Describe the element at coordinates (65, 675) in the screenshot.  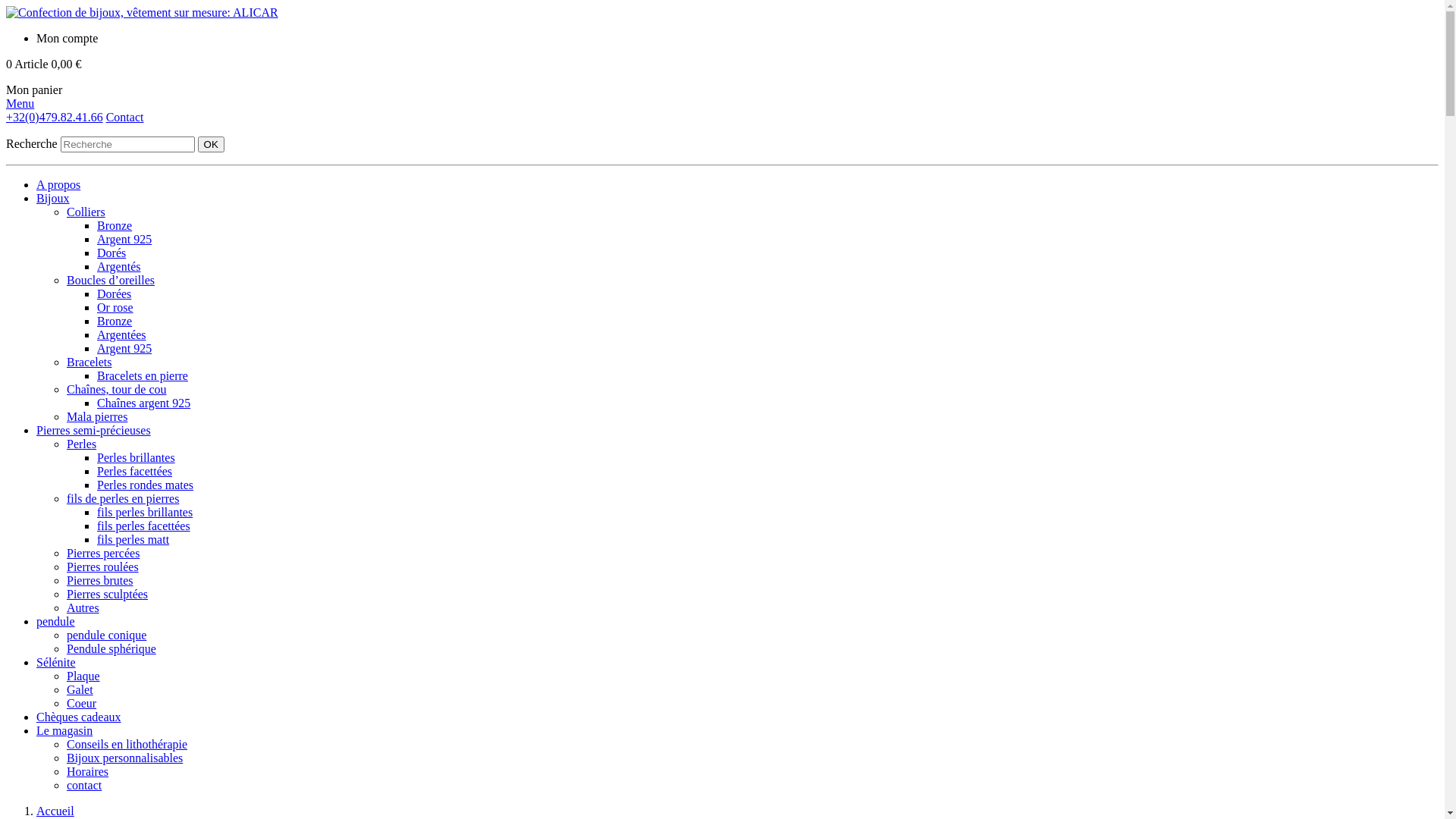
I see `'Plaque'` at that location.